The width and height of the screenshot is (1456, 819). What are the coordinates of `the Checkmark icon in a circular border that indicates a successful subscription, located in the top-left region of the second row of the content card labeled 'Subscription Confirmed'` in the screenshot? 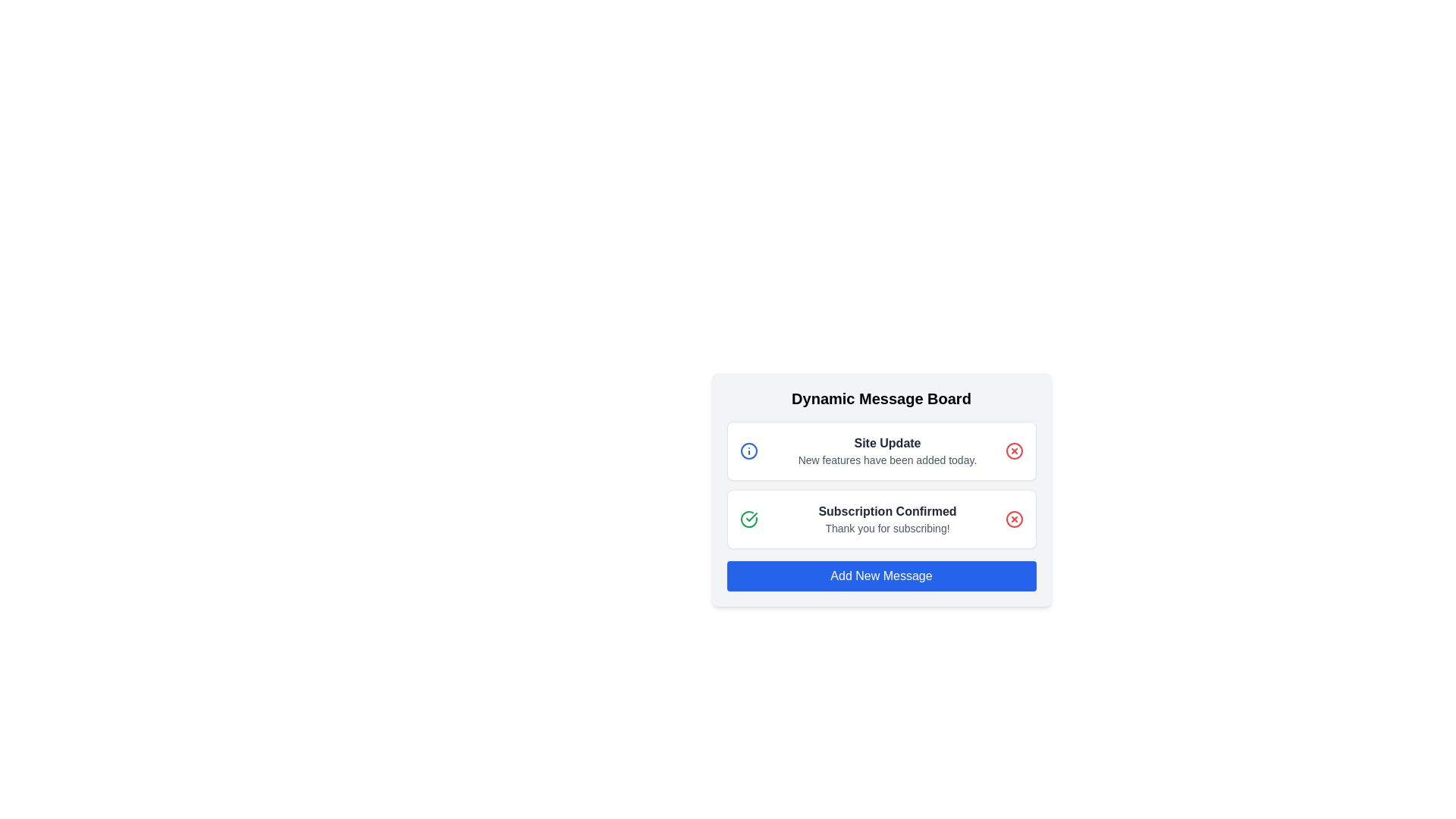 It's located at (748, 519).